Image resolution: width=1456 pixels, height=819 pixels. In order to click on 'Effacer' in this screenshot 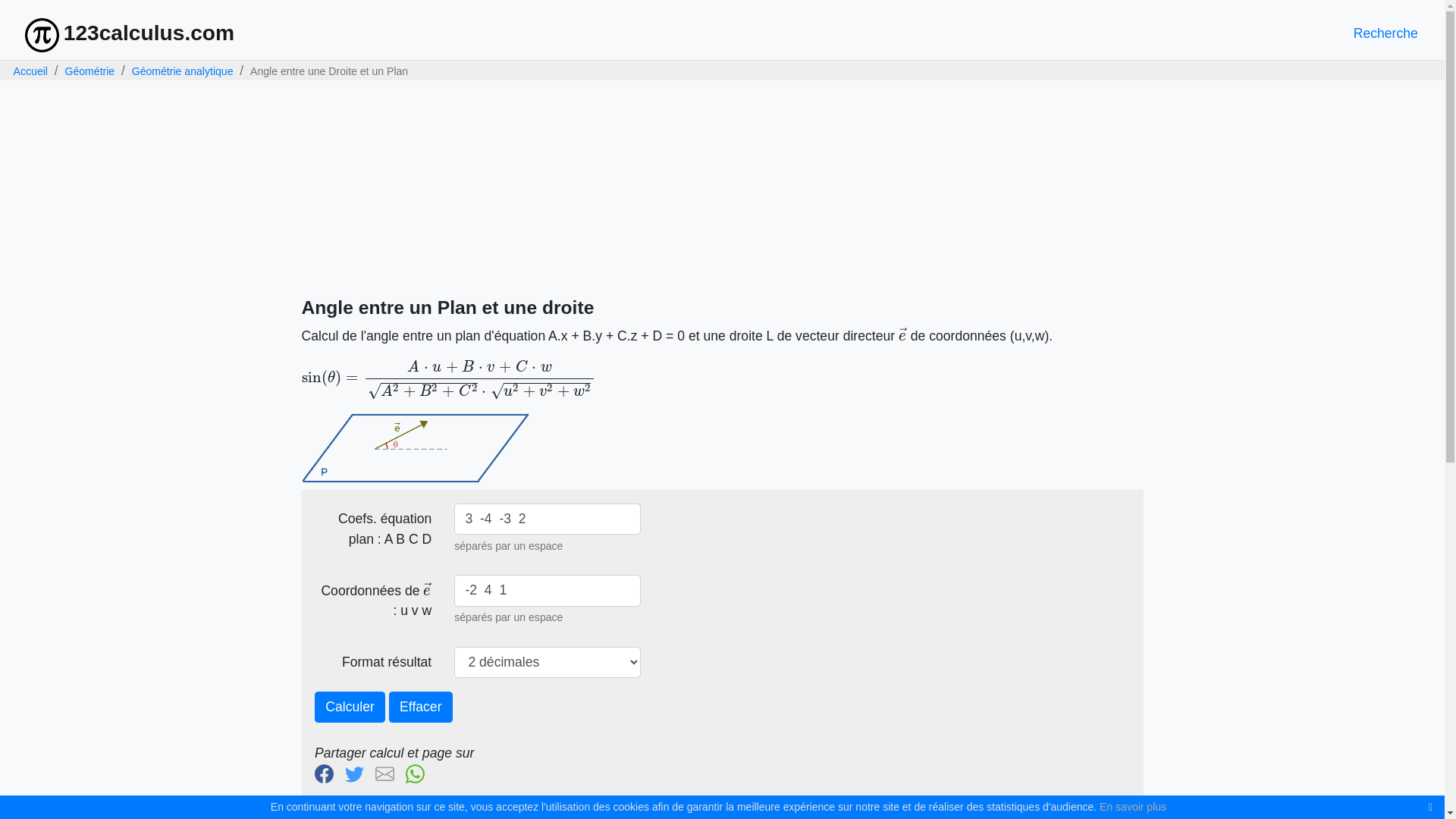, I will do `click(421, 708)`.